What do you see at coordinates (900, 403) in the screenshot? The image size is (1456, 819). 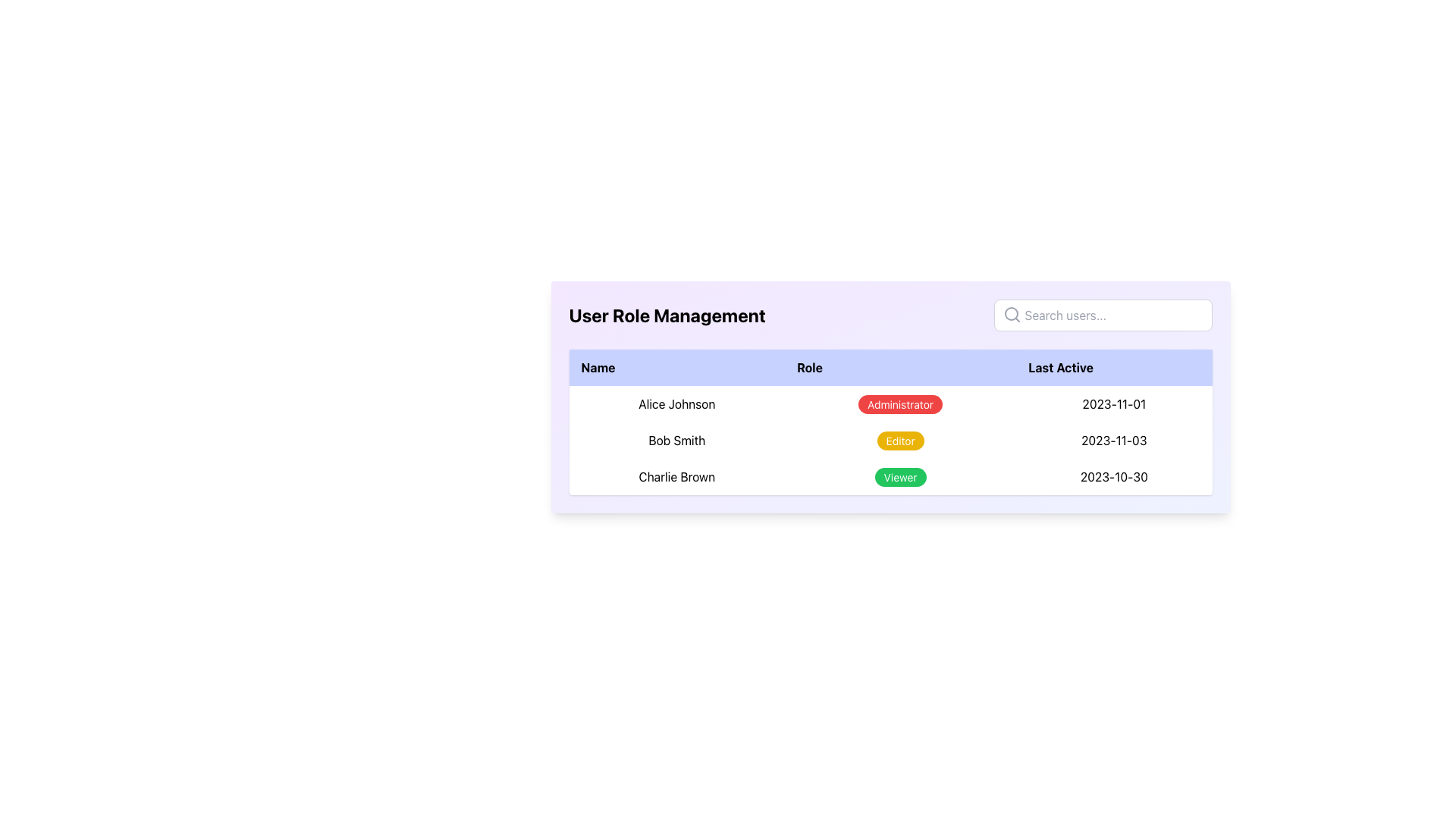 I see `the information represented by the 'Administrator' badge, which is a rounded rectangular badge with a red background and white text located in the 'Role' column of the first row under 'User Role Management'` at bounding box center [900, 403].